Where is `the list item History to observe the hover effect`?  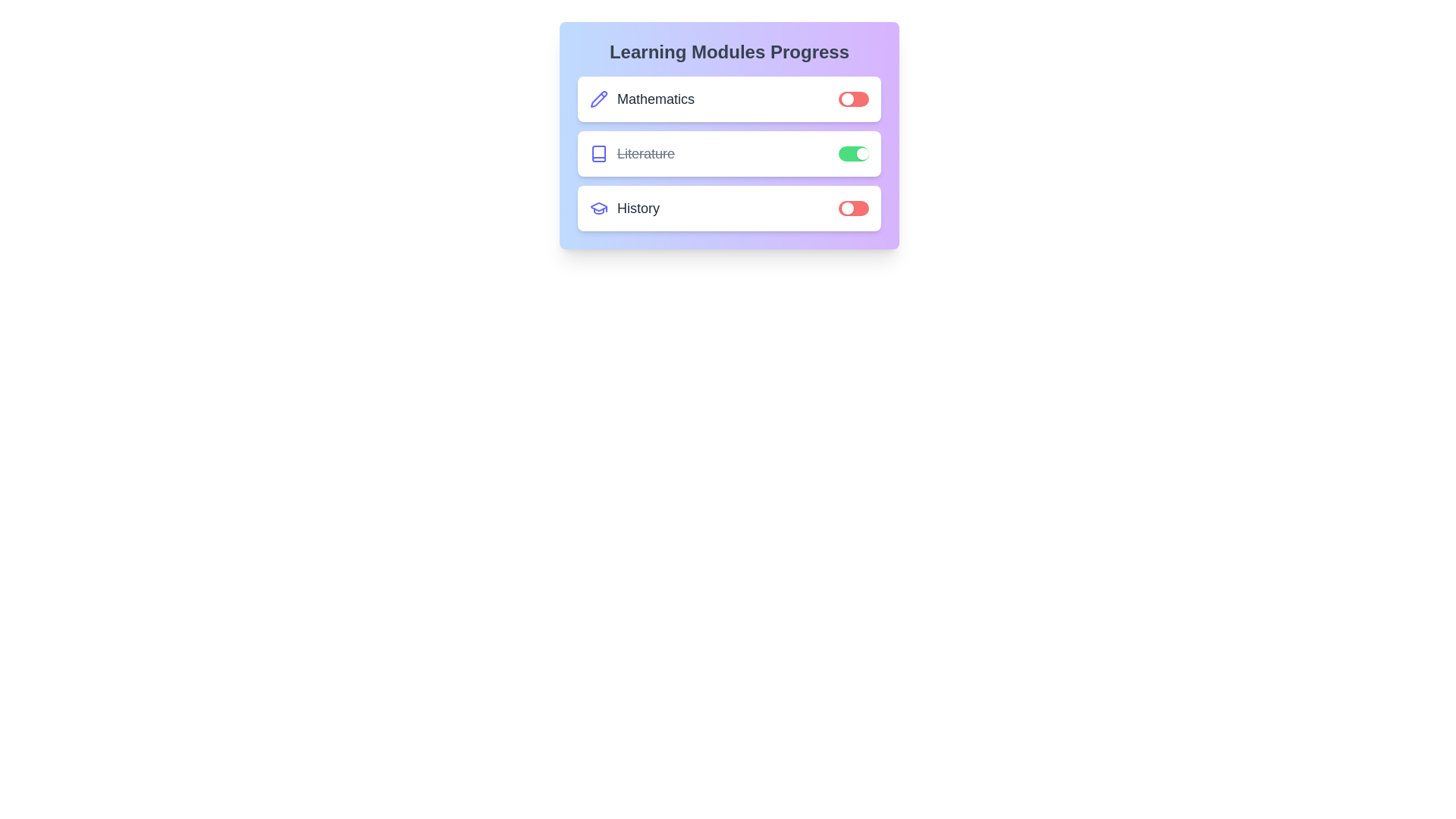 the list item History to observe the hover effect is located at coordinates (729, 208).